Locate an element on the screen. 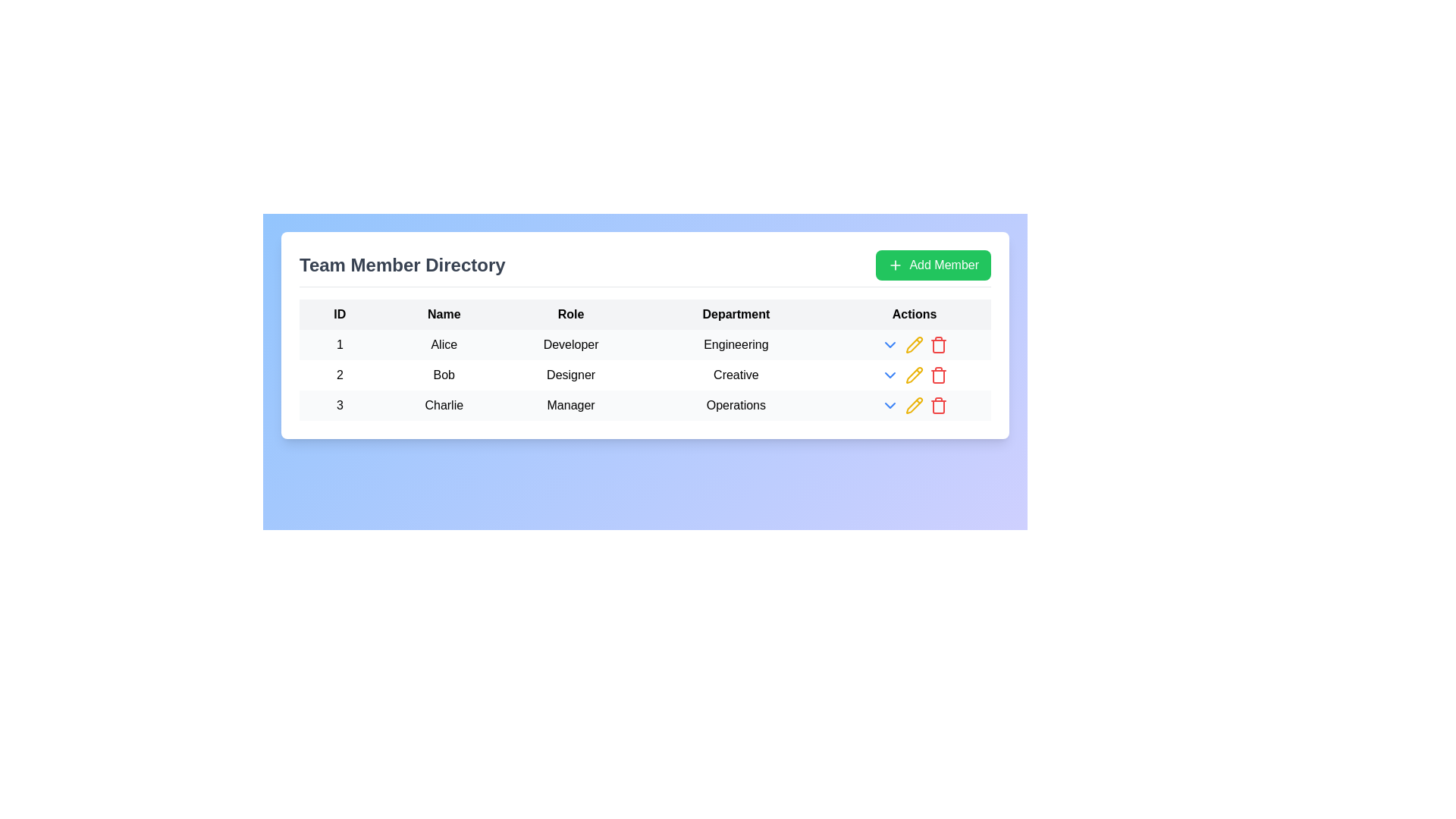  the header label 'Name' in the second column of the table layout, positioned between 'ID' and 'Role' is located at coordinates (443, 314).